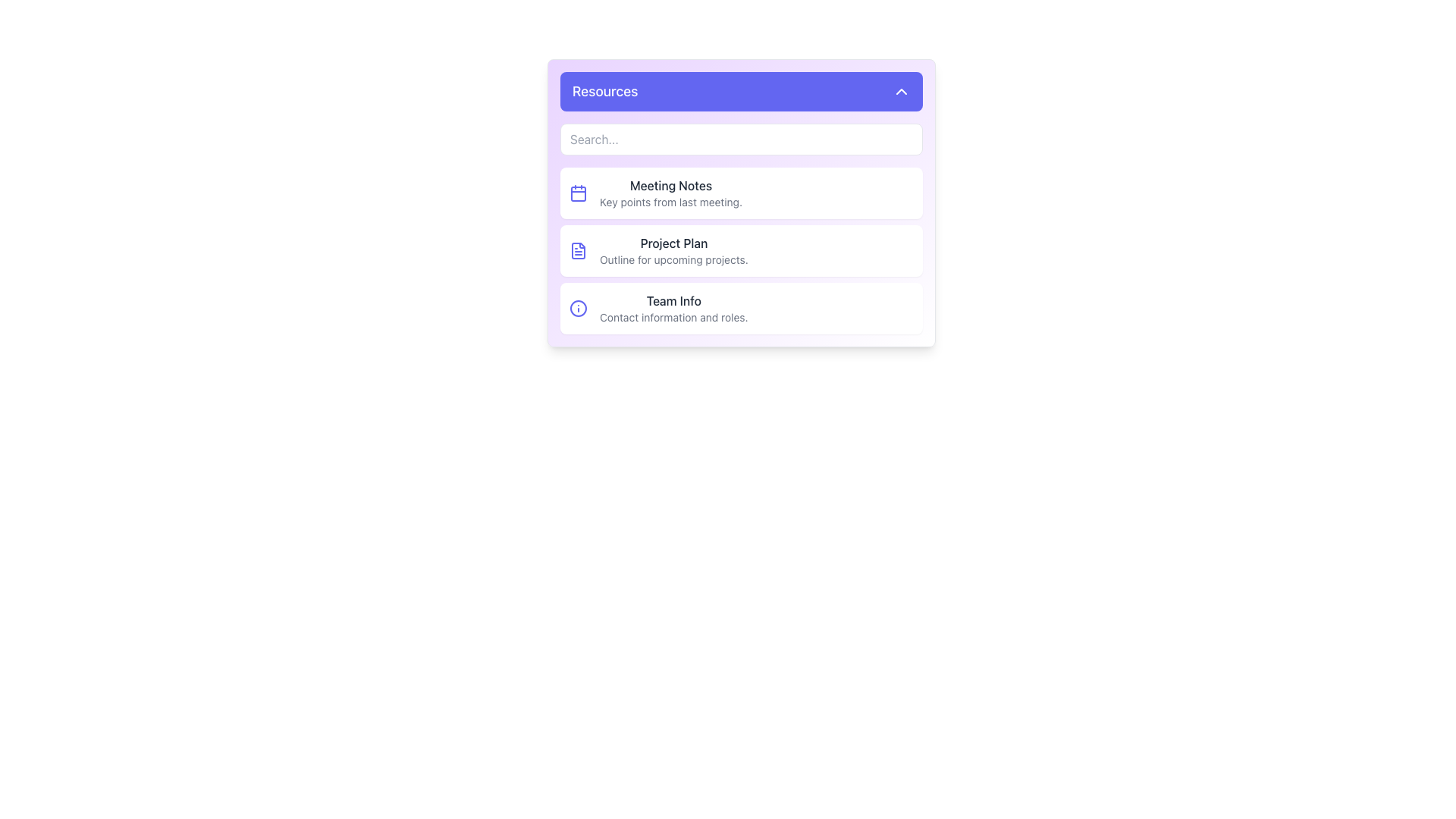 The width and height of the screenshot is (1456, 819). What do you see at coordinates (673, 317) in the screenshot?
I see `text label displaying 'Contact information and roles.' which is positioned below the 'Team Info' label in the resource section` at bounding box center [673, 317].